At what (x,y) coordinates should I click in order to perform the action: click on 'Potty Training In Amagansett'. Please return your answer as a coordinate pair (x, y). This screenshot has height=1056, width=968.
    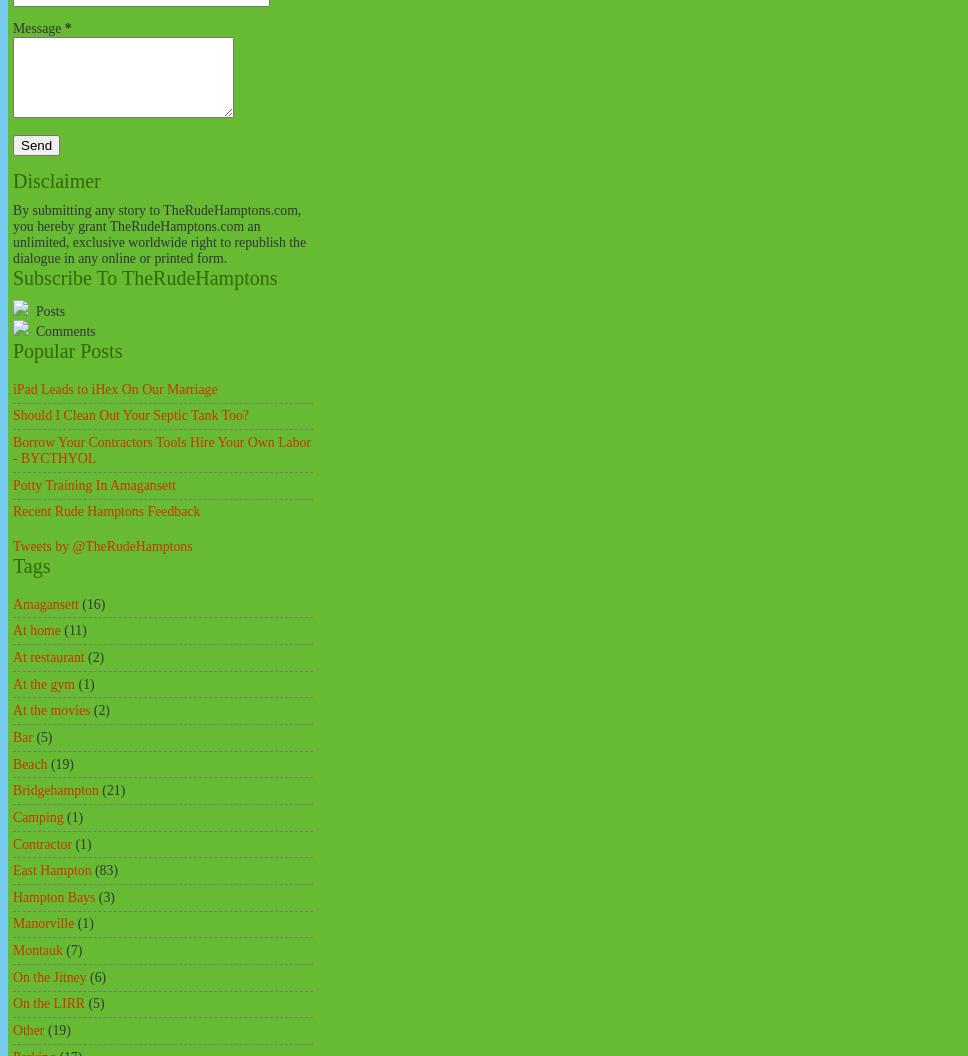
    Looking at the image, I should click on (12, 483).